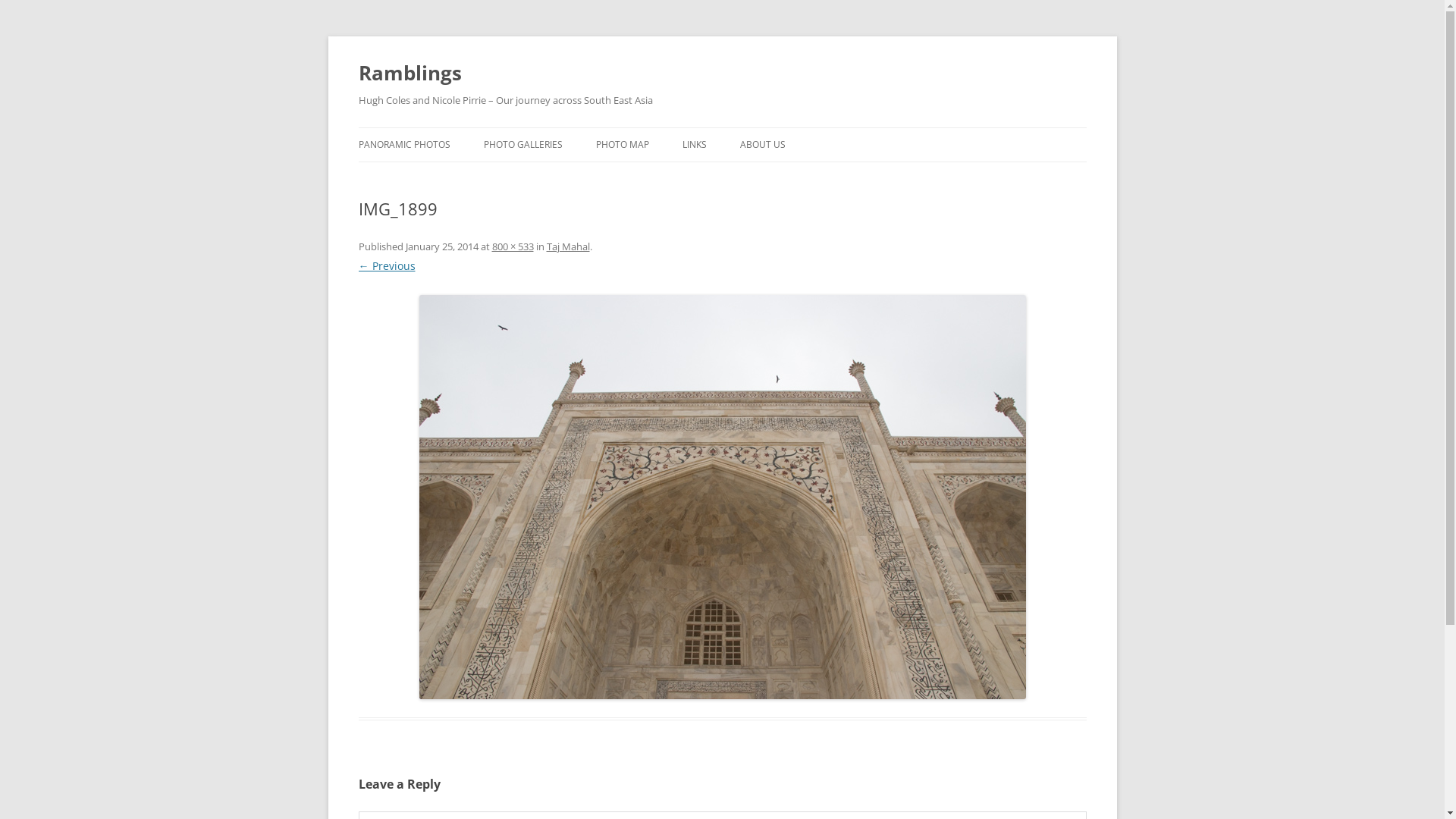  What do you see at coordinates (523, 145) in the screenshot?
I see `'PHOTO GALLERIES'` at bounding box center [523, 145].